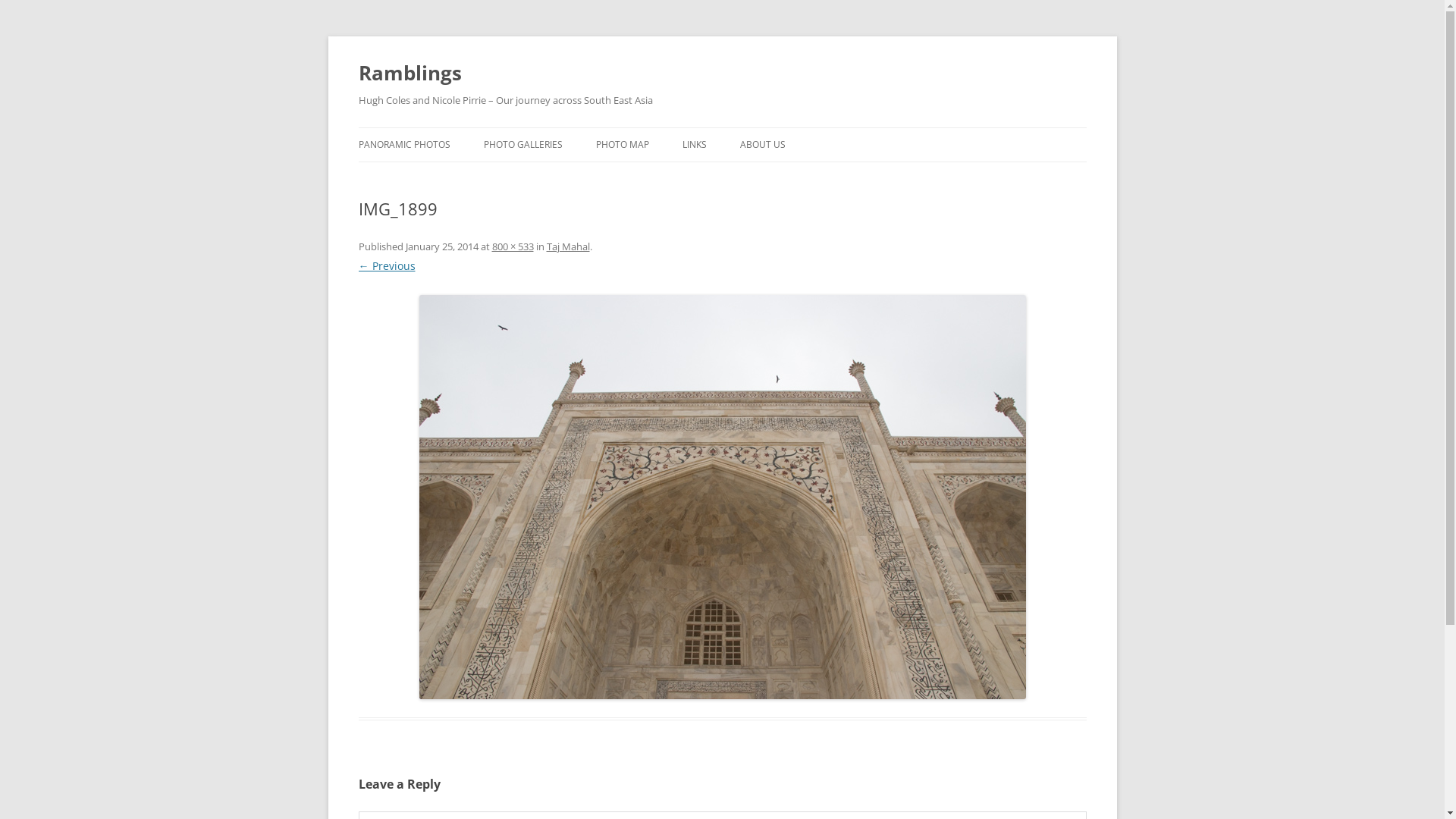  What do you see at coordinates (523, 145) in the screenshot?
I see `'PHOTO GALLERIES'` at bounding box center [523, 145].